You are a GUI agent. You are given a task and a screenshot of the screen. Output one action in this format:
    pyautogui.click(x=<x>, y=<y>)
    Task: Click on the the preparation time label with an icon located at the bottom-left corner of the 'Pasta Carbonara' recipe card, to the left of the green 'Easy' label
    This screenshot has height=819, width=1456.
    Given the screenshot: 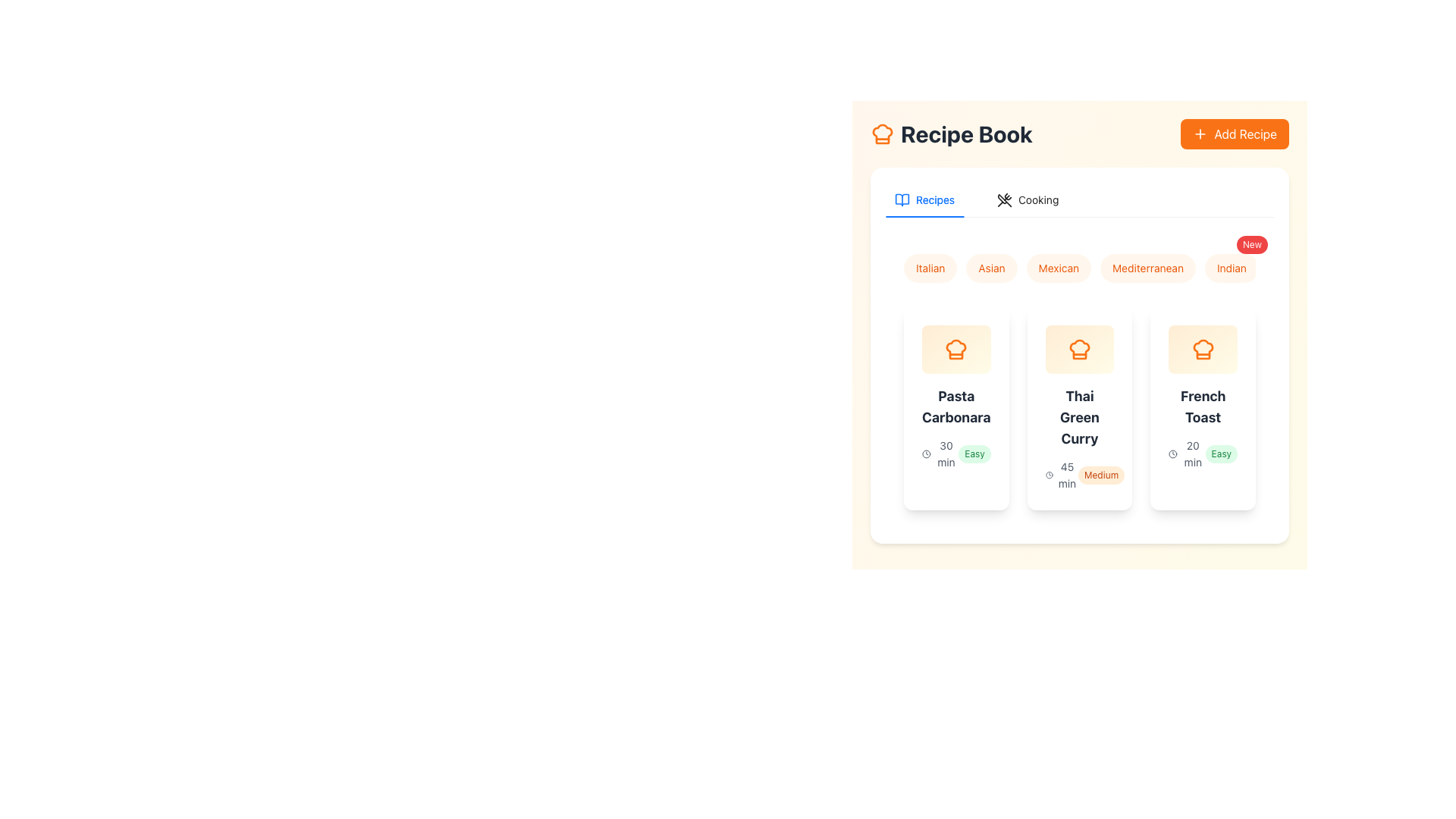 What is the action you would take?
    pyautogui.click(x=940, y=453)
    